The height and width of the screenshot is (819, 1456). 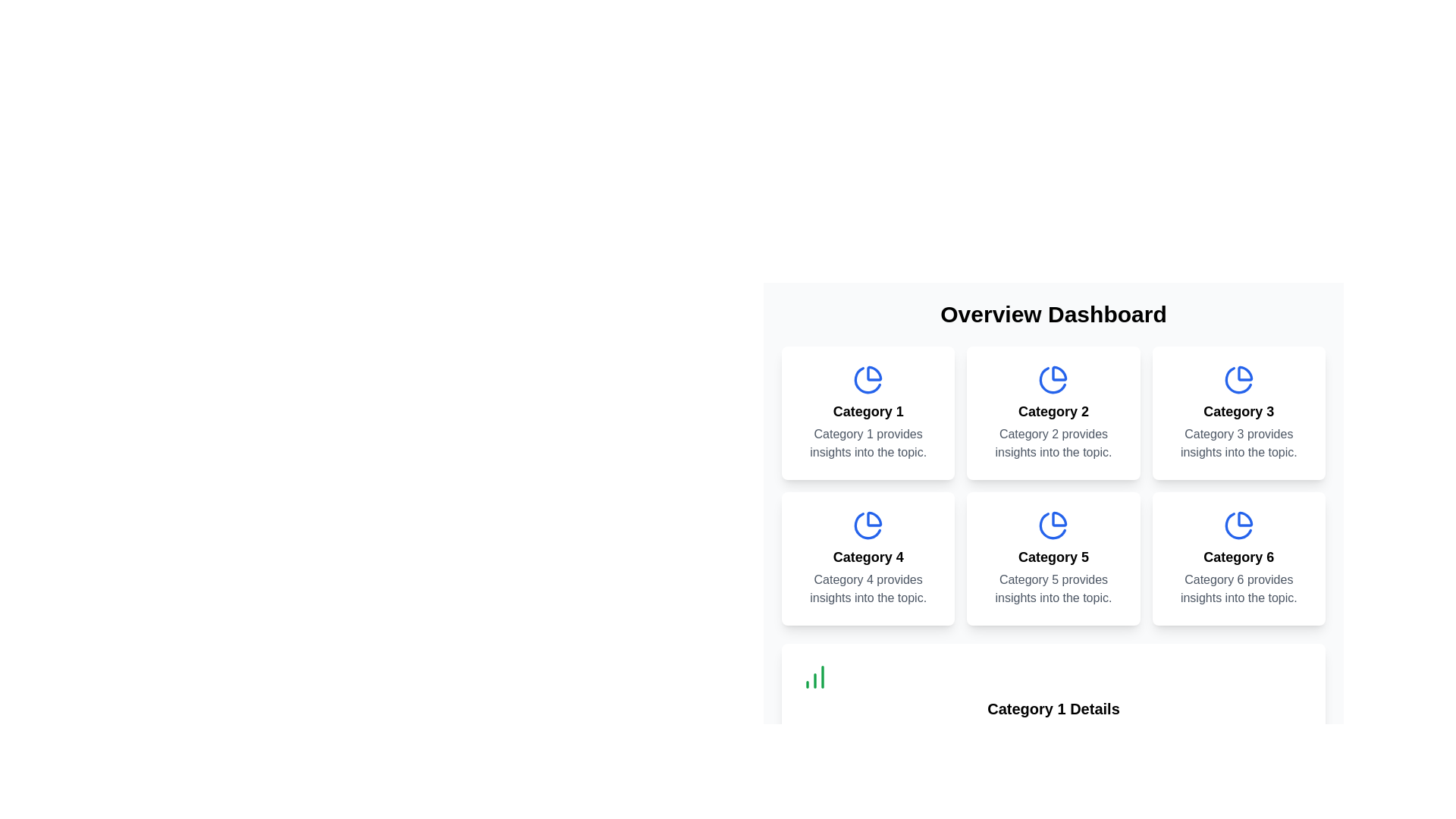 I want to click on the static text label providing a brief description for 'Category 3', positioned in the top-right corner of the card layout, so click(x=1238, y=444).